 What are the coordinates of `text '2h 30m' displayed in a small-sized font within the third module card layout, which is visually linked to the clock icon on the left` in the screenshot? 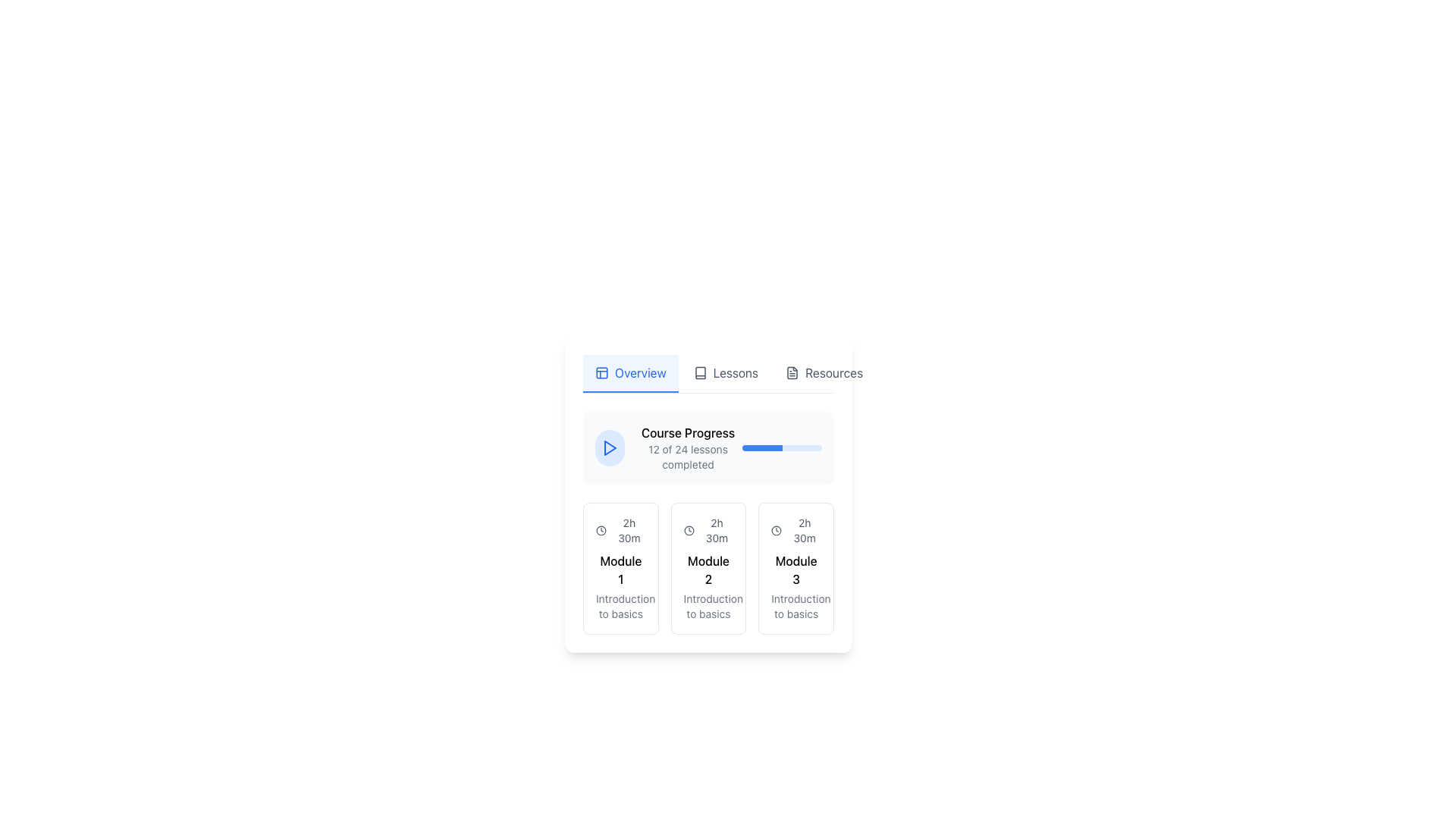 It's located at (804, 529).